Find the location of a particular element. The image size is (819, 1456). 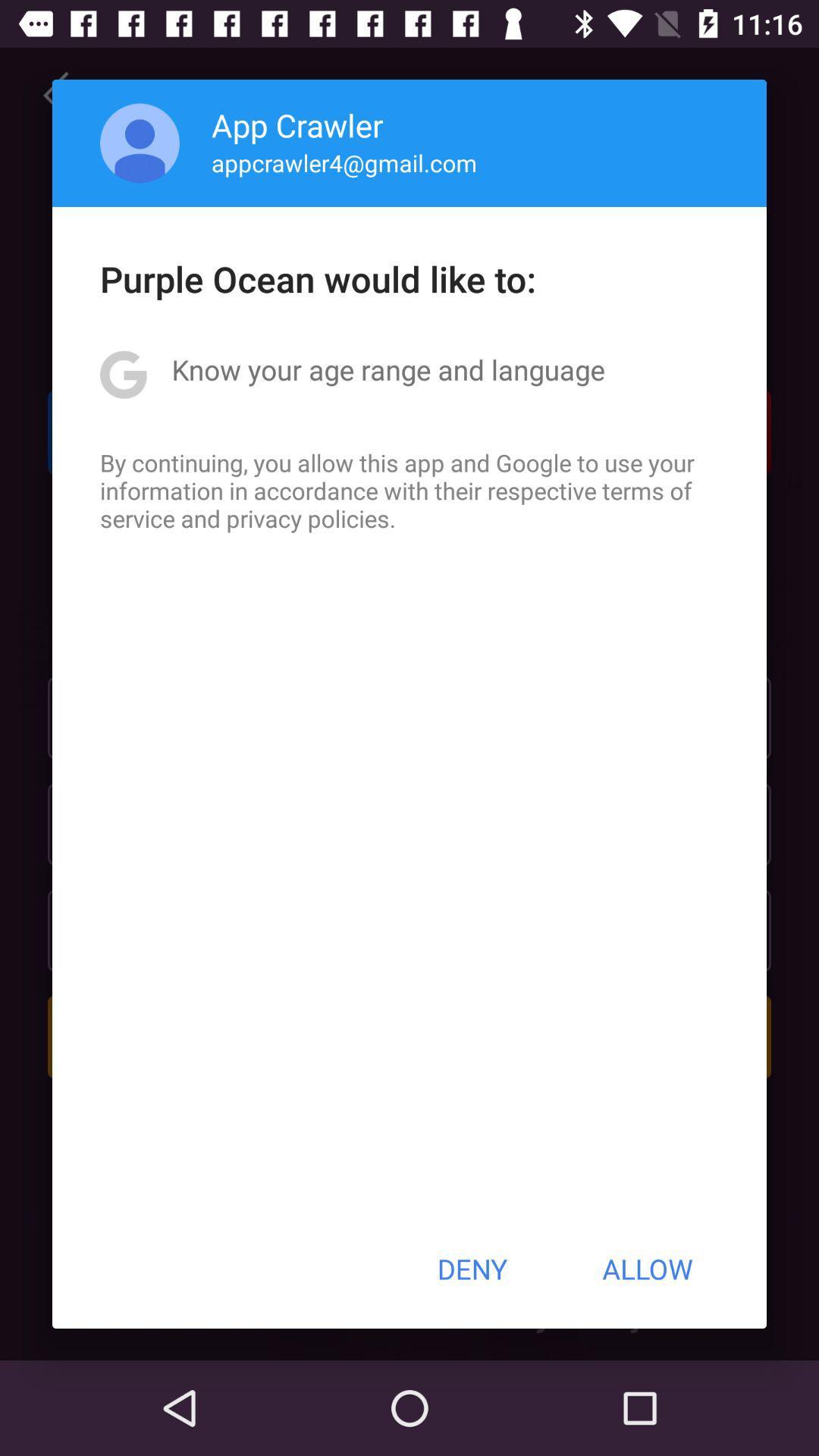

the appcrawler4@gmail.com is located at coordinates (344, 162).